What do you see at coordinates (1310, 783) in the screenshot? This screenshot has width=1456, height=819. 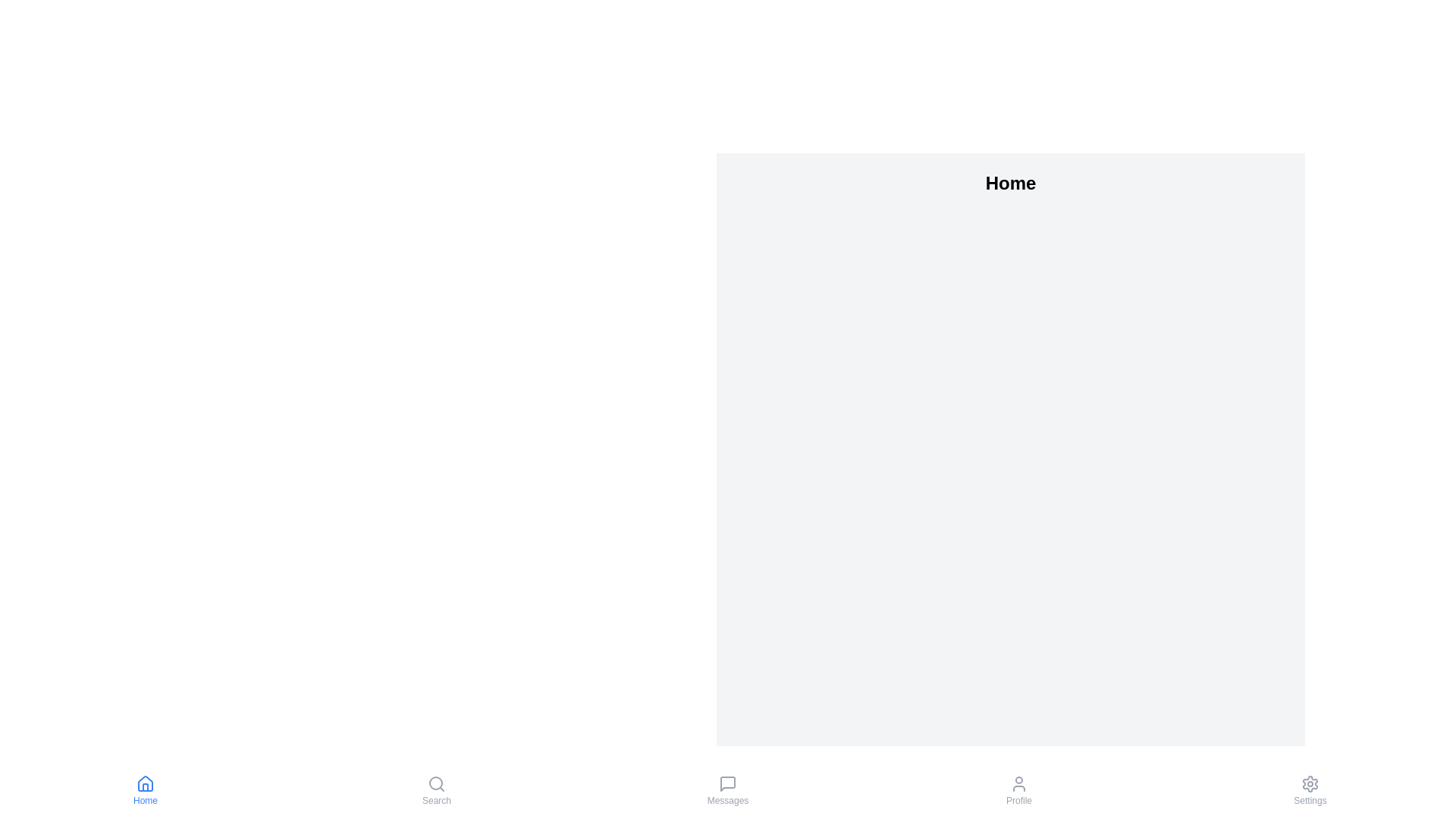 I see `the settings icon located at the bottom navigation bar` at bounding box center [1310, 783].